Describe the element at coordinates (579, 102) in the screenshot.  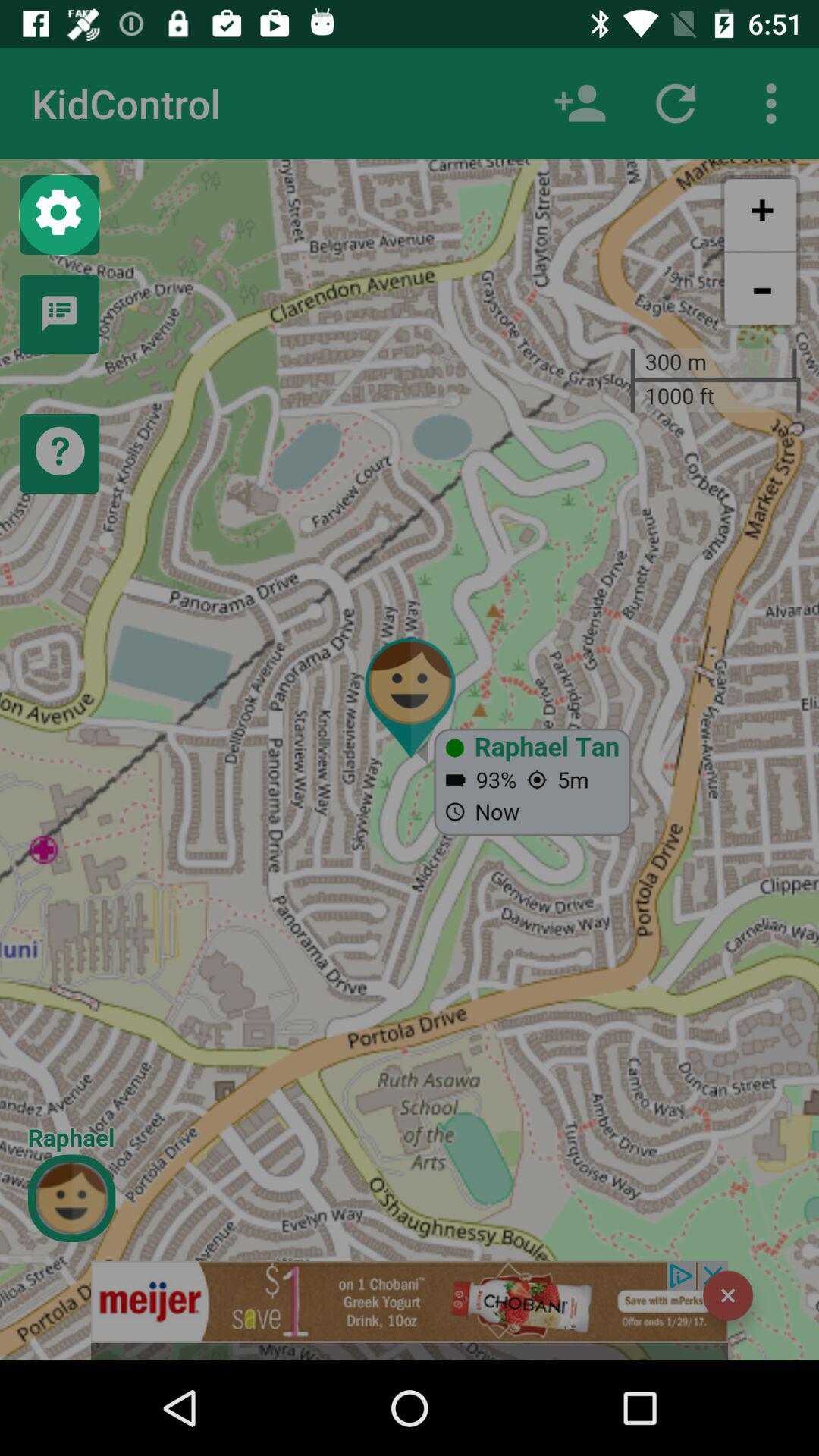
I see `new child` at that location.